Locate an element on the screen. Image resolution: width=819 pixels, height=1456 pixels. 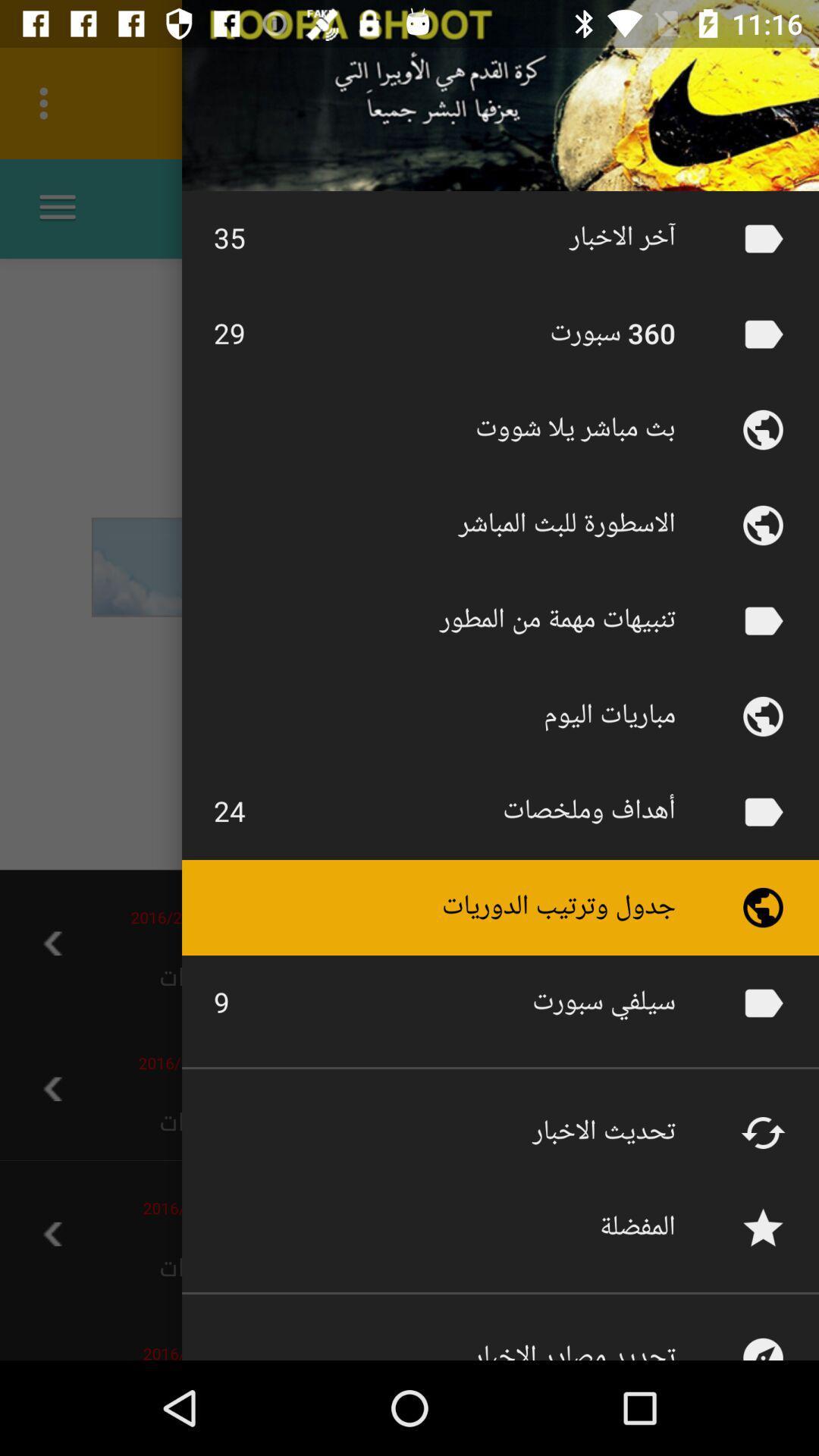
fourth icon from the top is located at coordinates (763, 525).